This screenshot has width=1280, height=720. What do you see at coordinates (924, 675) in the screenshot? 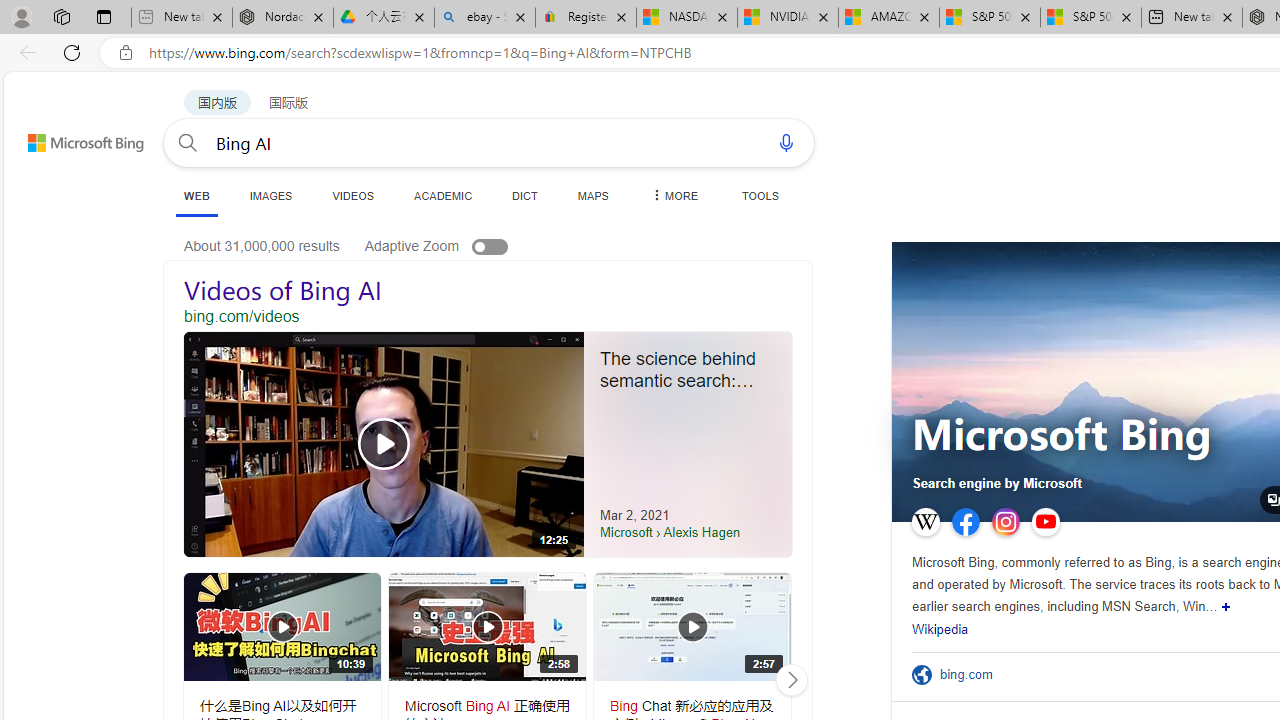
I see `'Official Site'` at bounding box center [924, 675].